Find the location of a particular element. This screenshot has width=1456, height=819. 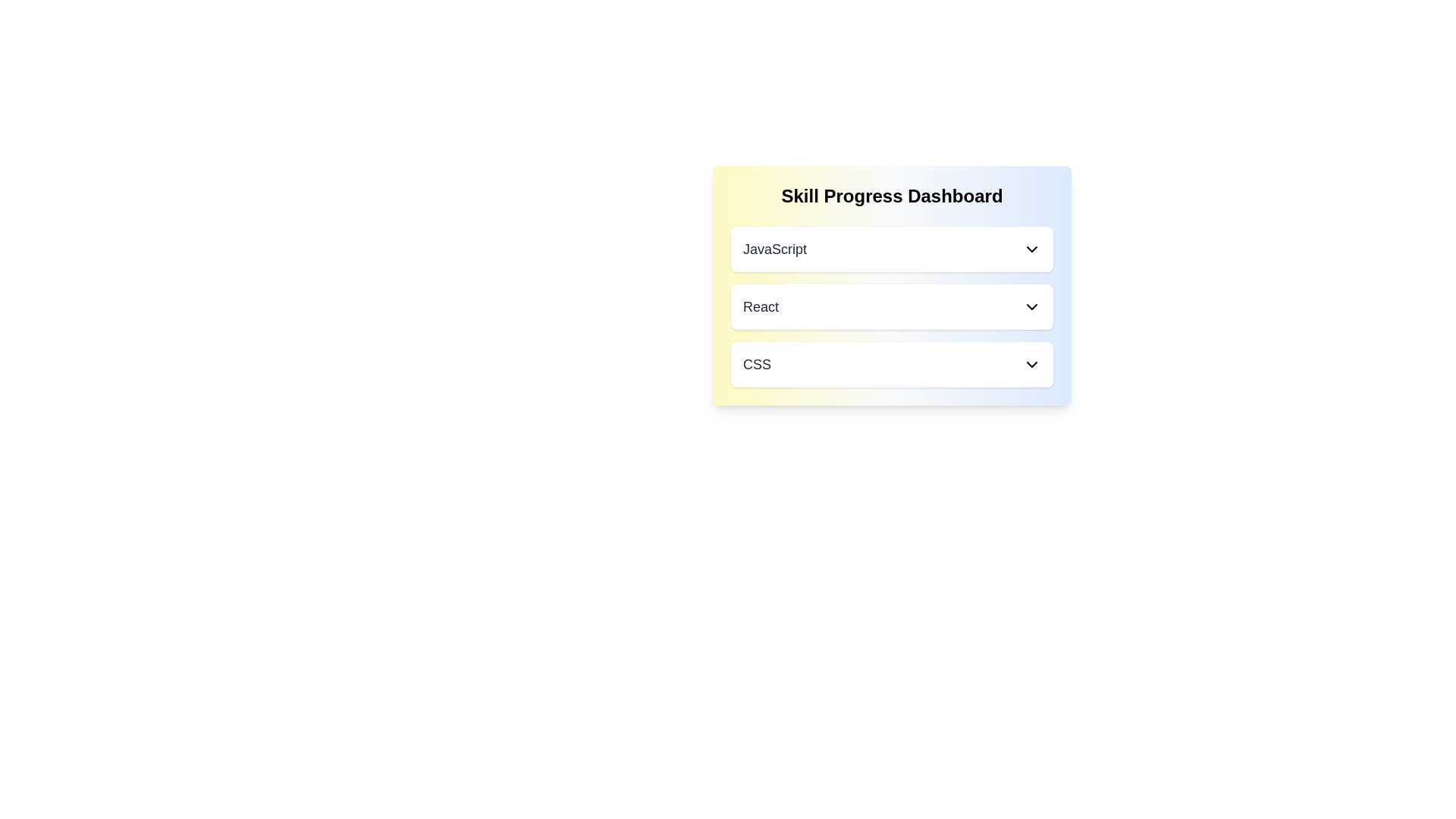

the downward-pointing chevron icon next to the 'JavaScript' text is located at coordinates (1031, 248).